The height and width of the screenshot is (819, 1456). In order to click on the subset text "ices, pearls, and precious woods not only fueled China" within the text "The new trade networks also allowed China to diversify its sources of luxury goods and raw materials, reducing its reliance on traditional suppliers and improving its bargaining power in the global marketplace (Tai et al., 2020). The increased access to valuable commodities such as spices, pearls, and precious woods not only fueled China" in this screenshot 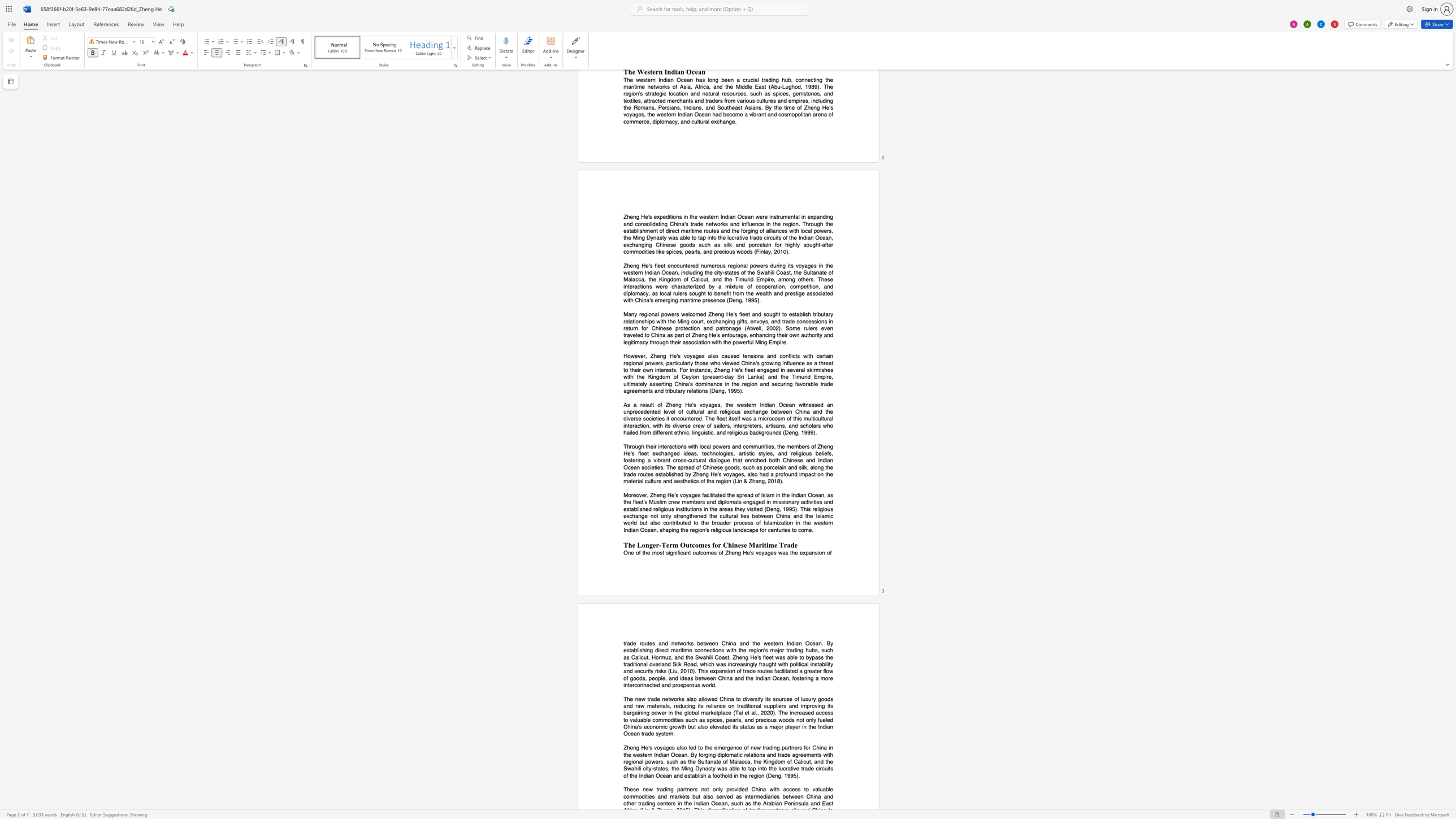, I will do `click(712, 719)`.